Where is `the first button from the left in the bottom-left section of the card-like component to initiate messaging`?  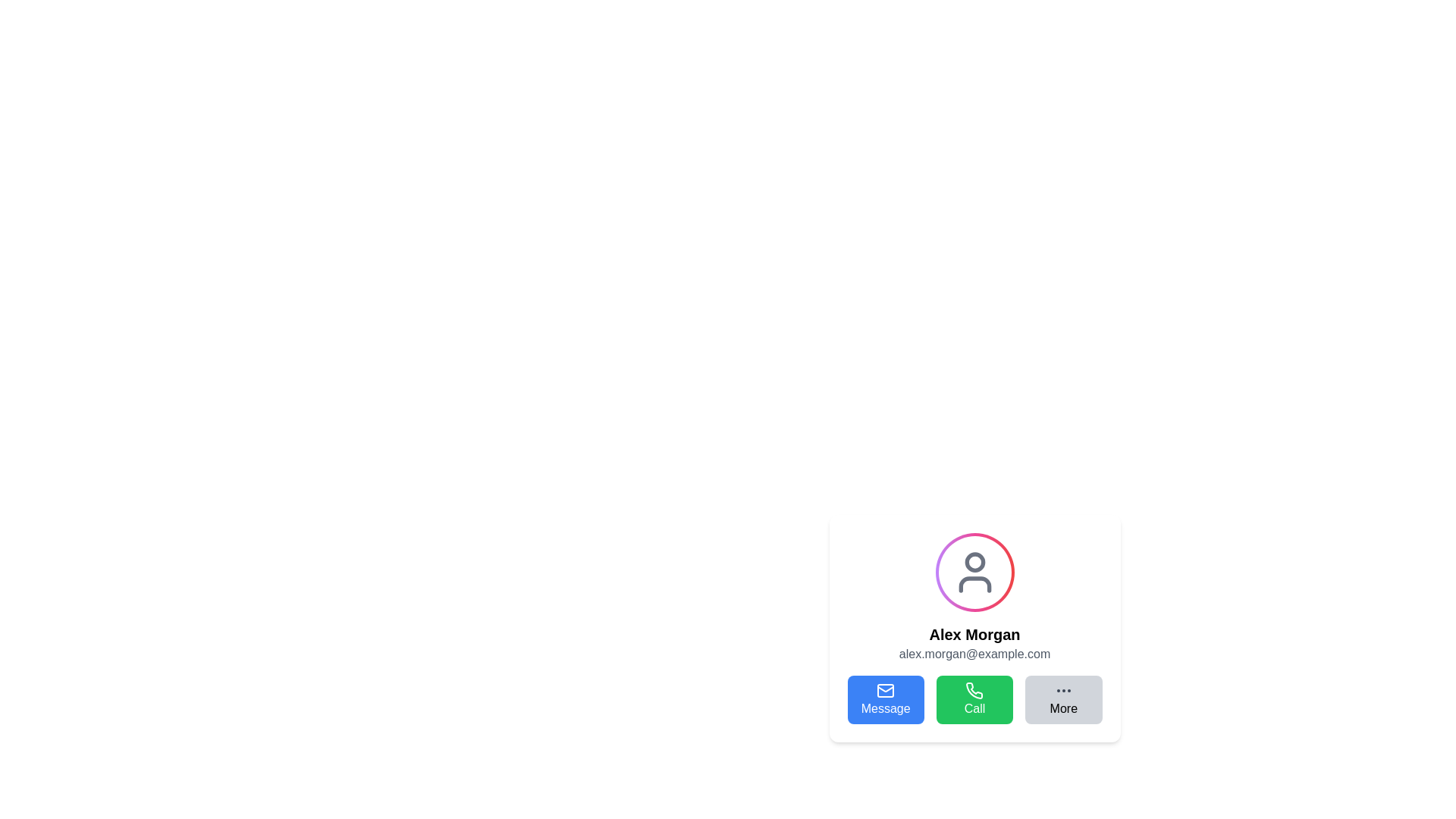 the first button from the left in the bottom-left section of the card-like component to initiate messaging is located at coordinates (885, 699).